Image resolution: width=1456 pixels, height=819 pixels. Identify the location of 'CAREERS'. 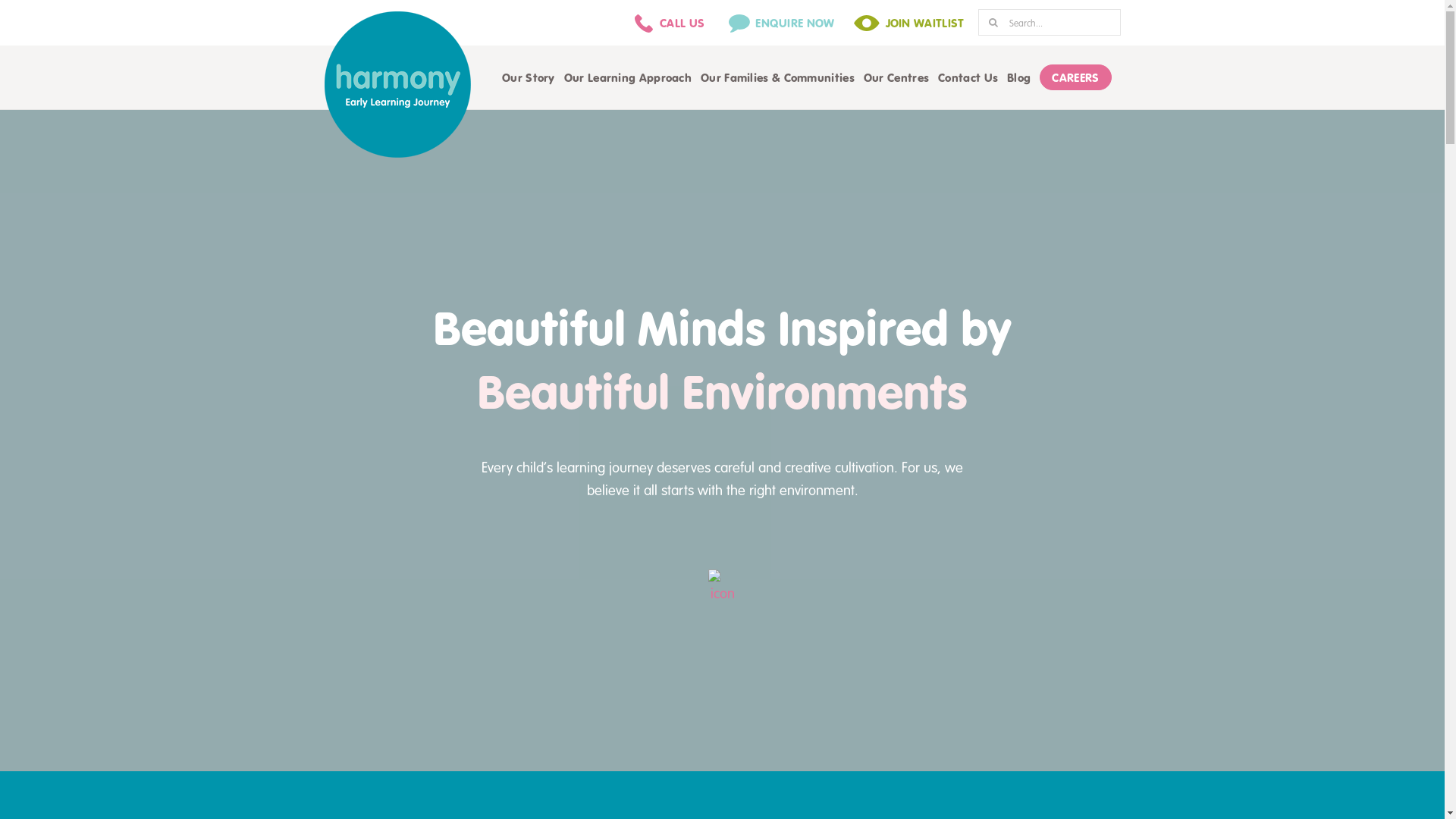
(1039, 77).